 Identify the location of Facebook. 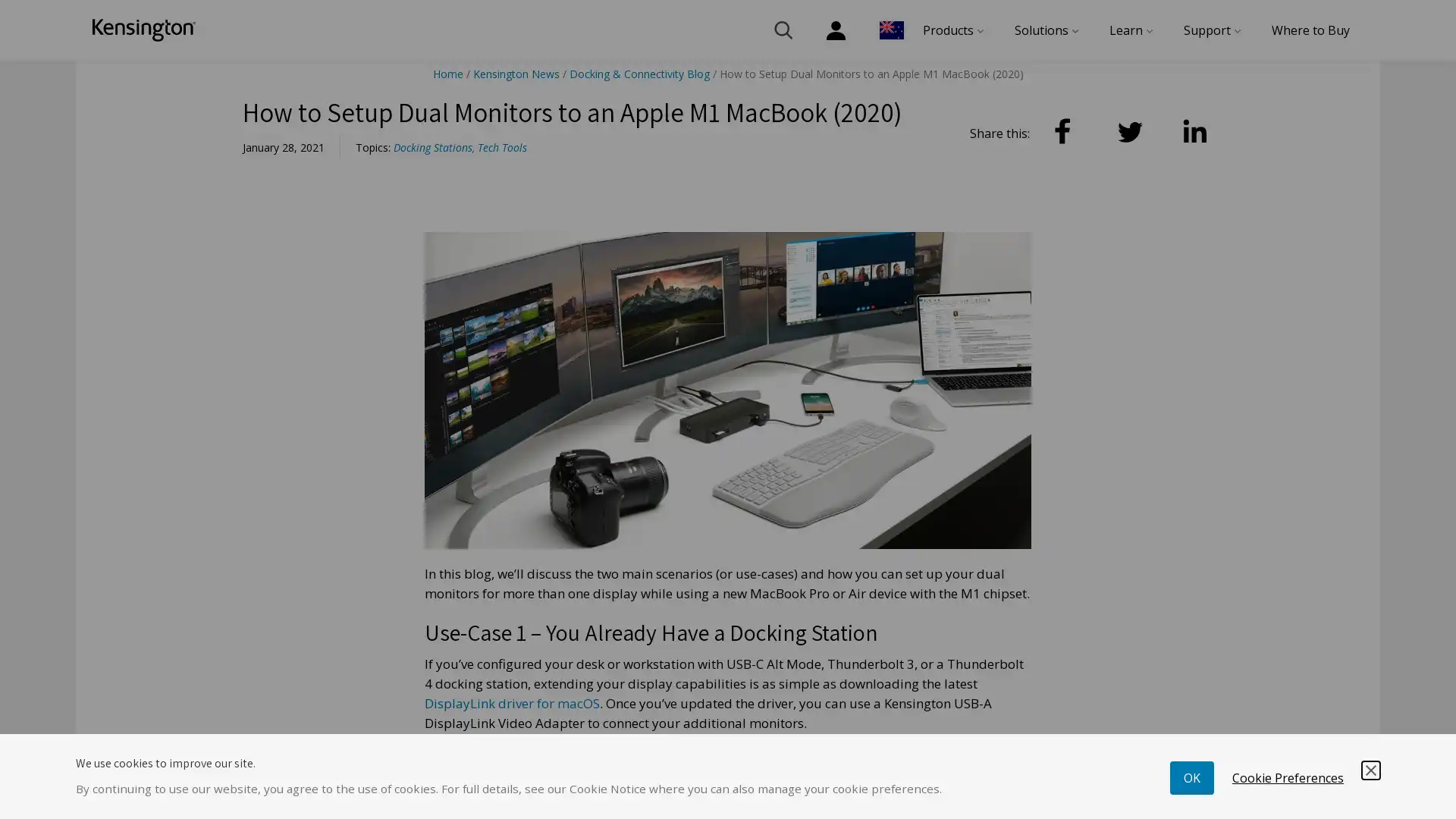
(1062, 130).